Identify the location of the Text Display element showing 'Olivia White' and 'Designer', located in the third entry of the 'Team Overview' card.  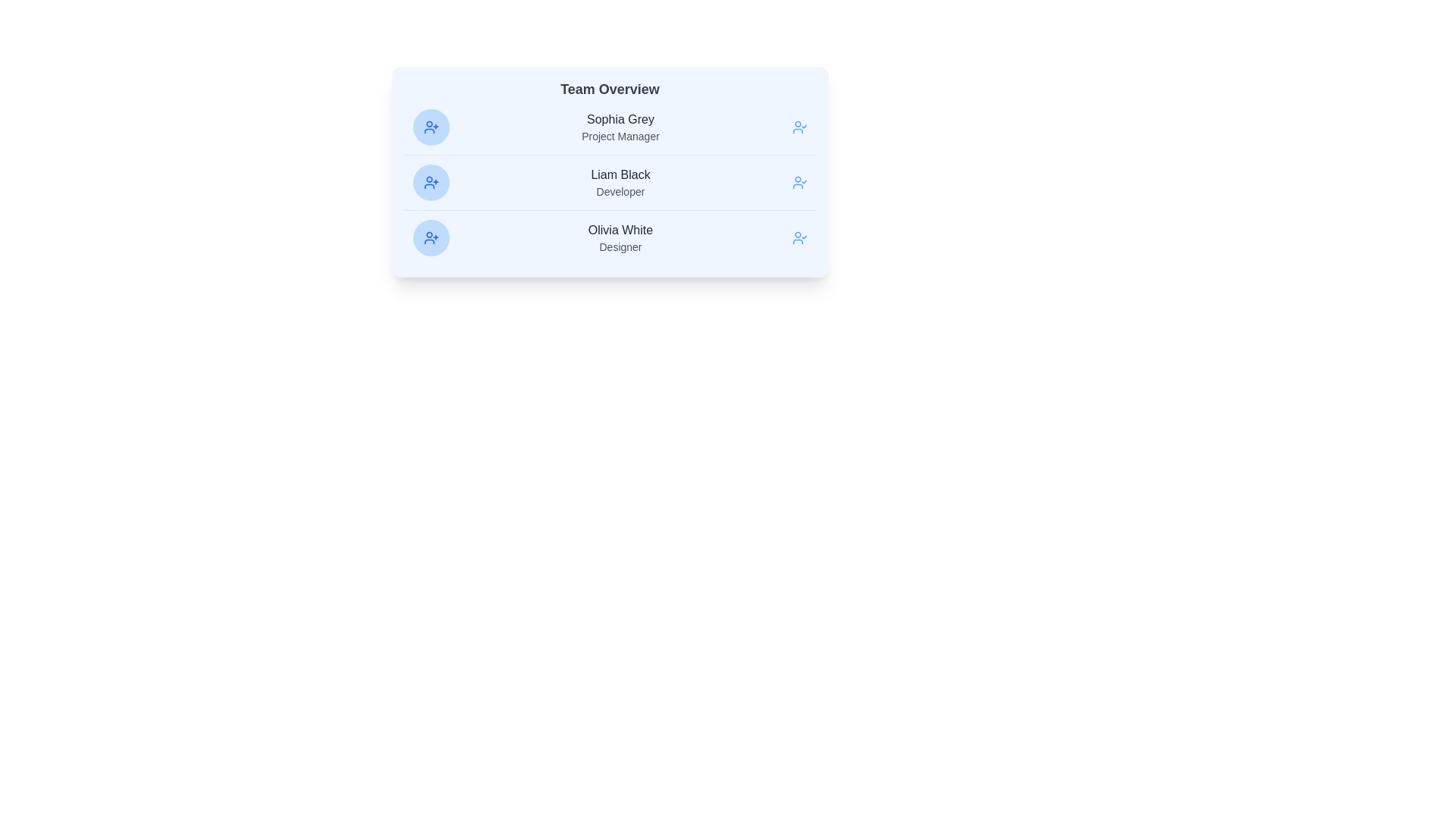
(620, 237).